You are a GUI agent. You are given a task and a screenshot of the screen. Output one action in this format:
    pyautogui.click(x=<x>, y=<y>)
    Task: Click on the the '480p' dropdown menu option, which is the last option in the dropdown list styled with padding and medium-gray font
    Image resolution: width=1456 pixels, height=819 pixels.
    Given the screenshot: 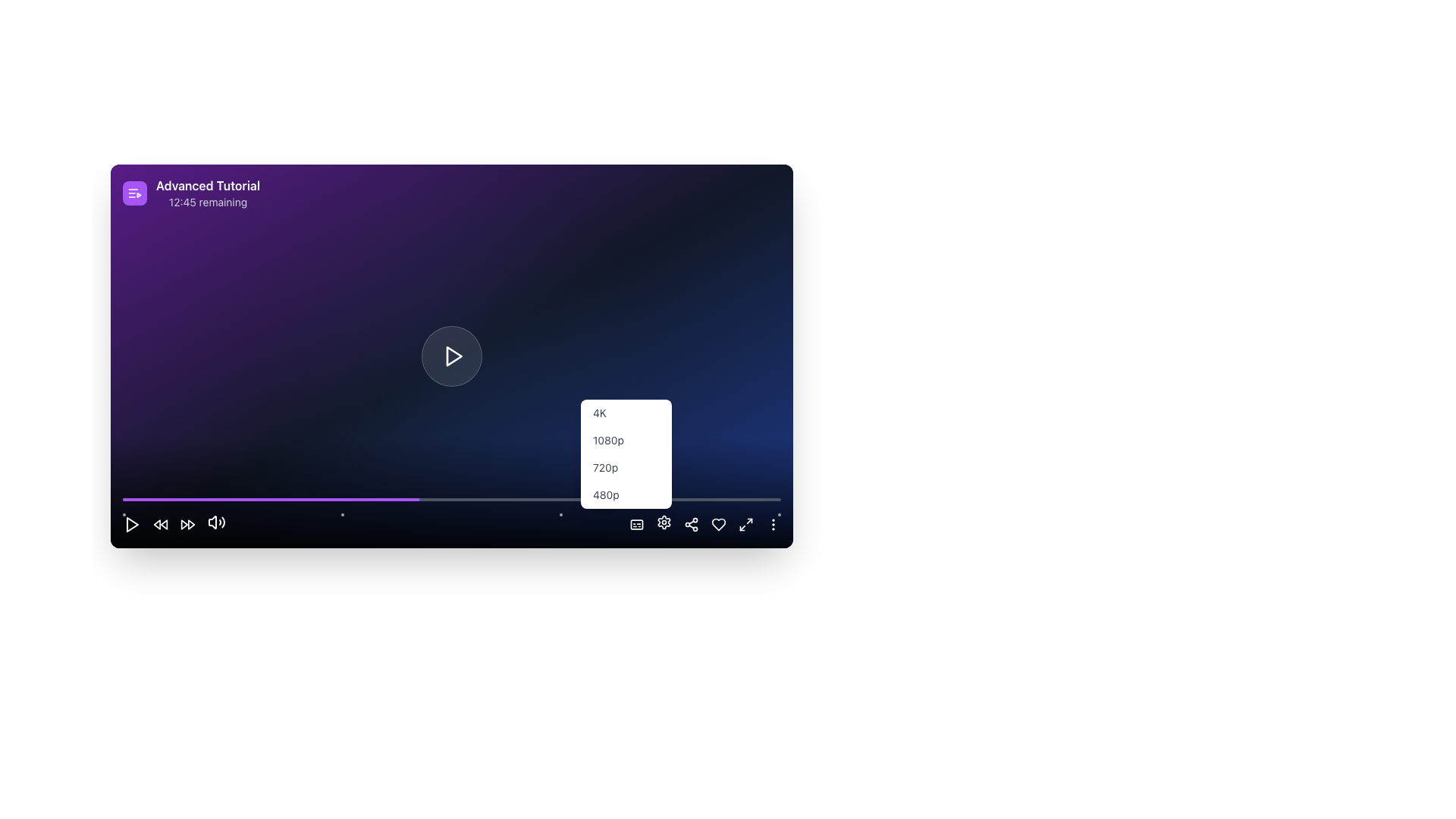 What is the action you would take?
    pyautogui.click(x=626, y=494)
    